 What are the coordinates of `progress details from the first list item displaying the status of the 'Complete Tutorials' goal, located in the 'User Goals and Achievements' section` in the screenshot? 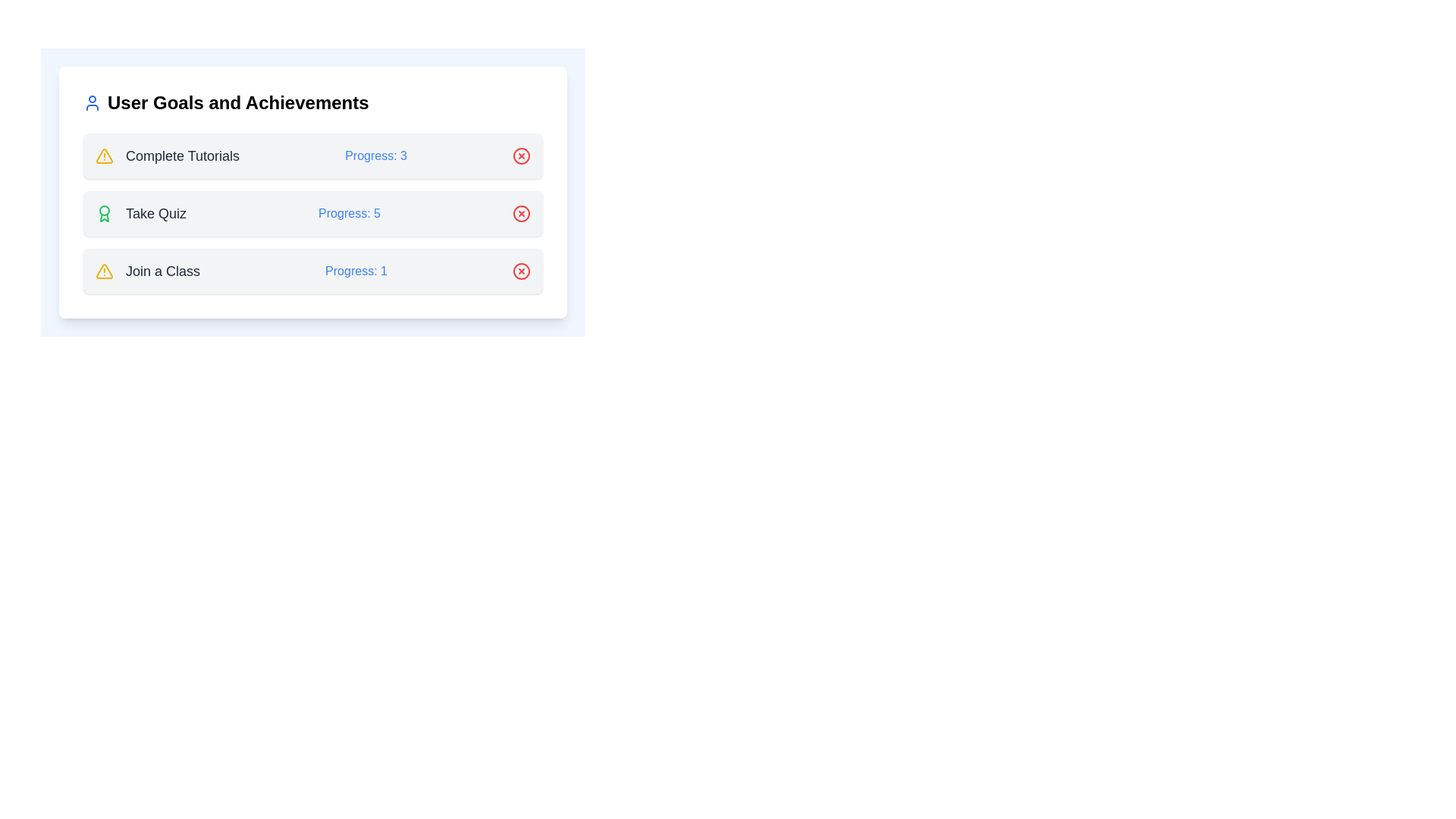 It's located at (312, 155).